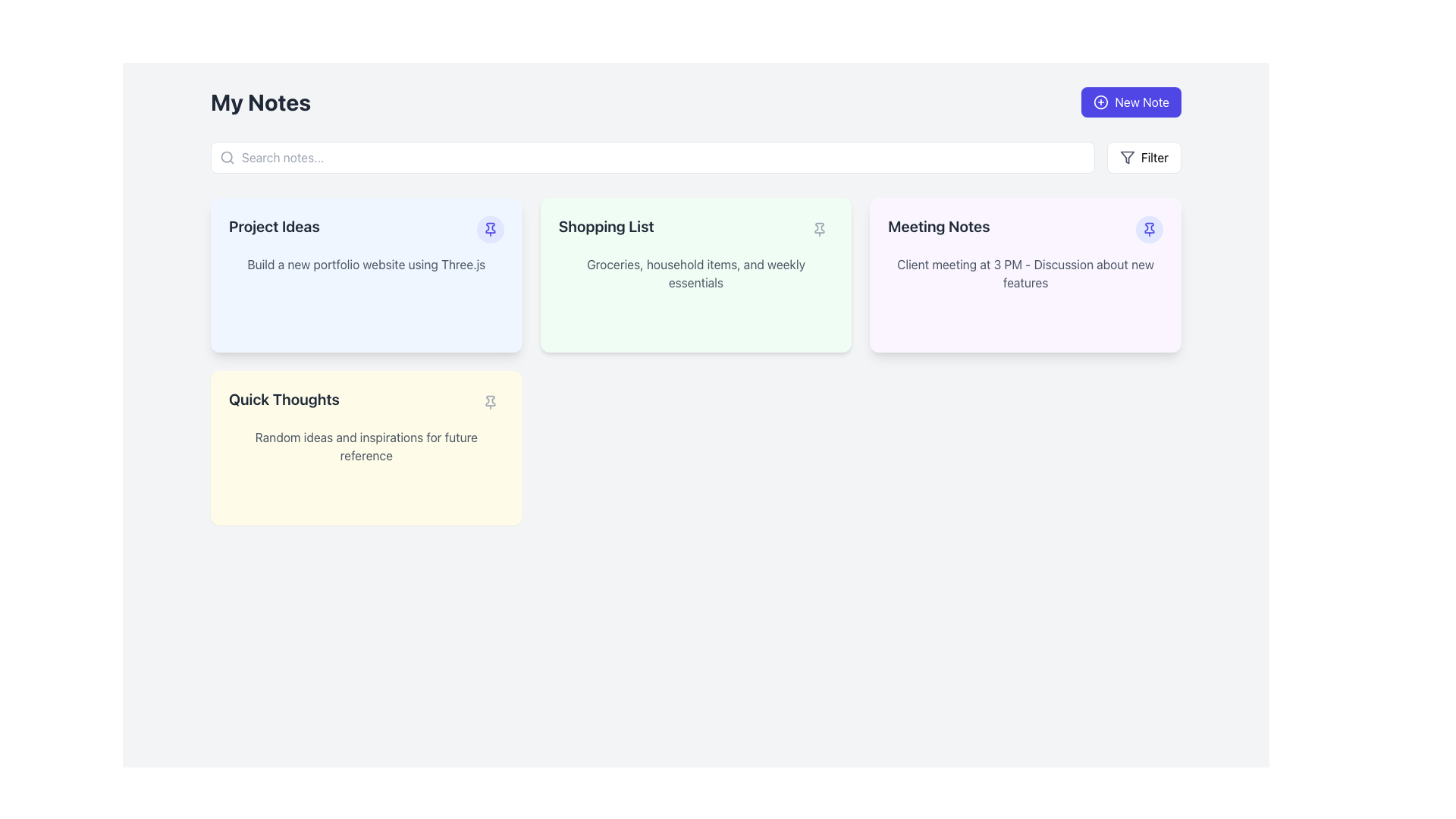  What do you see at coordinates (819, 230) in the screenshot?
I see `the pin icon embedded in the button located in the 'Shopping List' section to observe its hover effects` at bounding box center [819, 230].